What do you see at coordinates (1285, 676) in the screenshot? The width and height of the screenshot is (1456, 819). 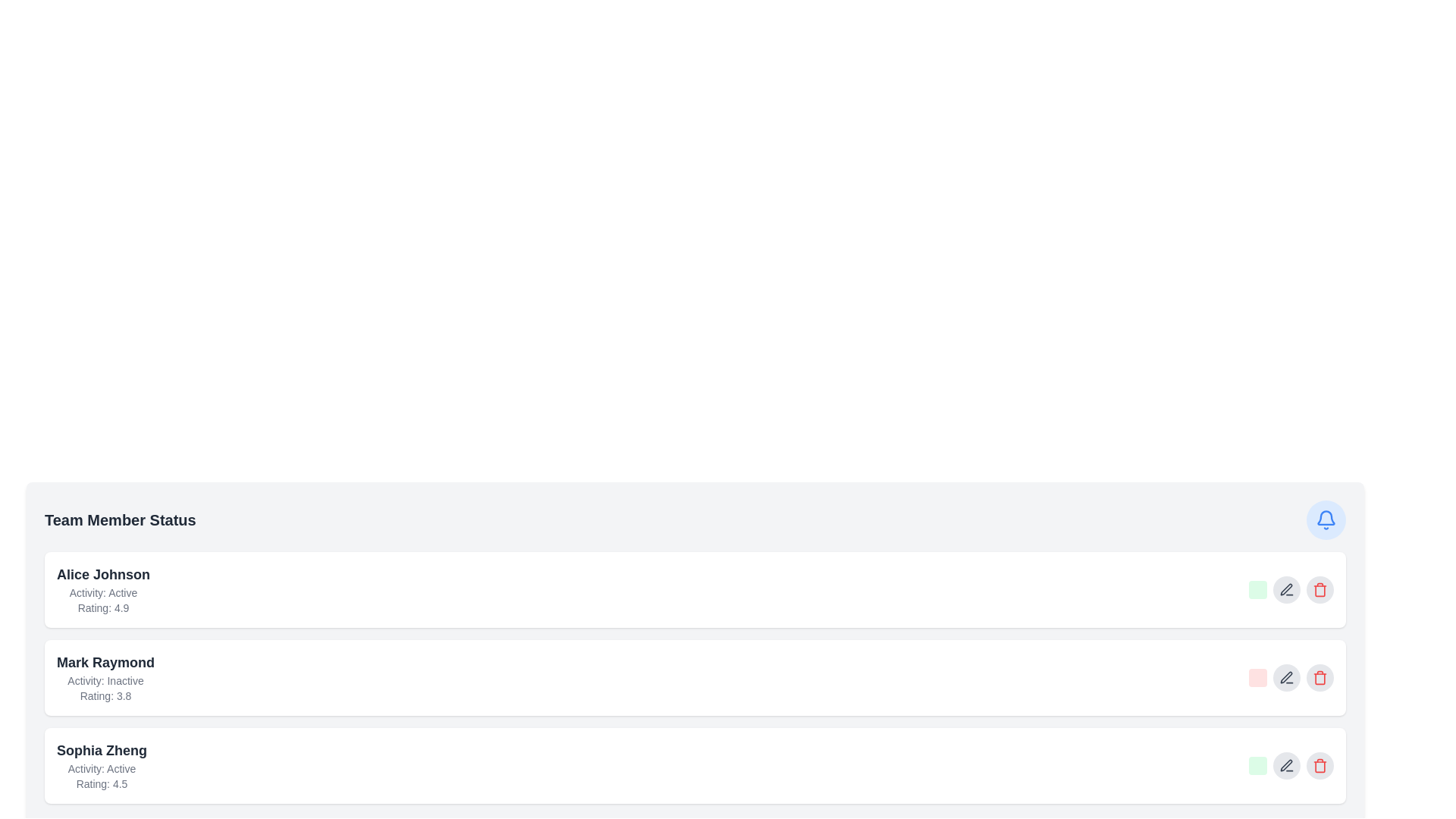 I see `the pen-shaped edit icon for the user entry of 'Mark Raymond' in the team membership list` at bounding box center [1285, 676].